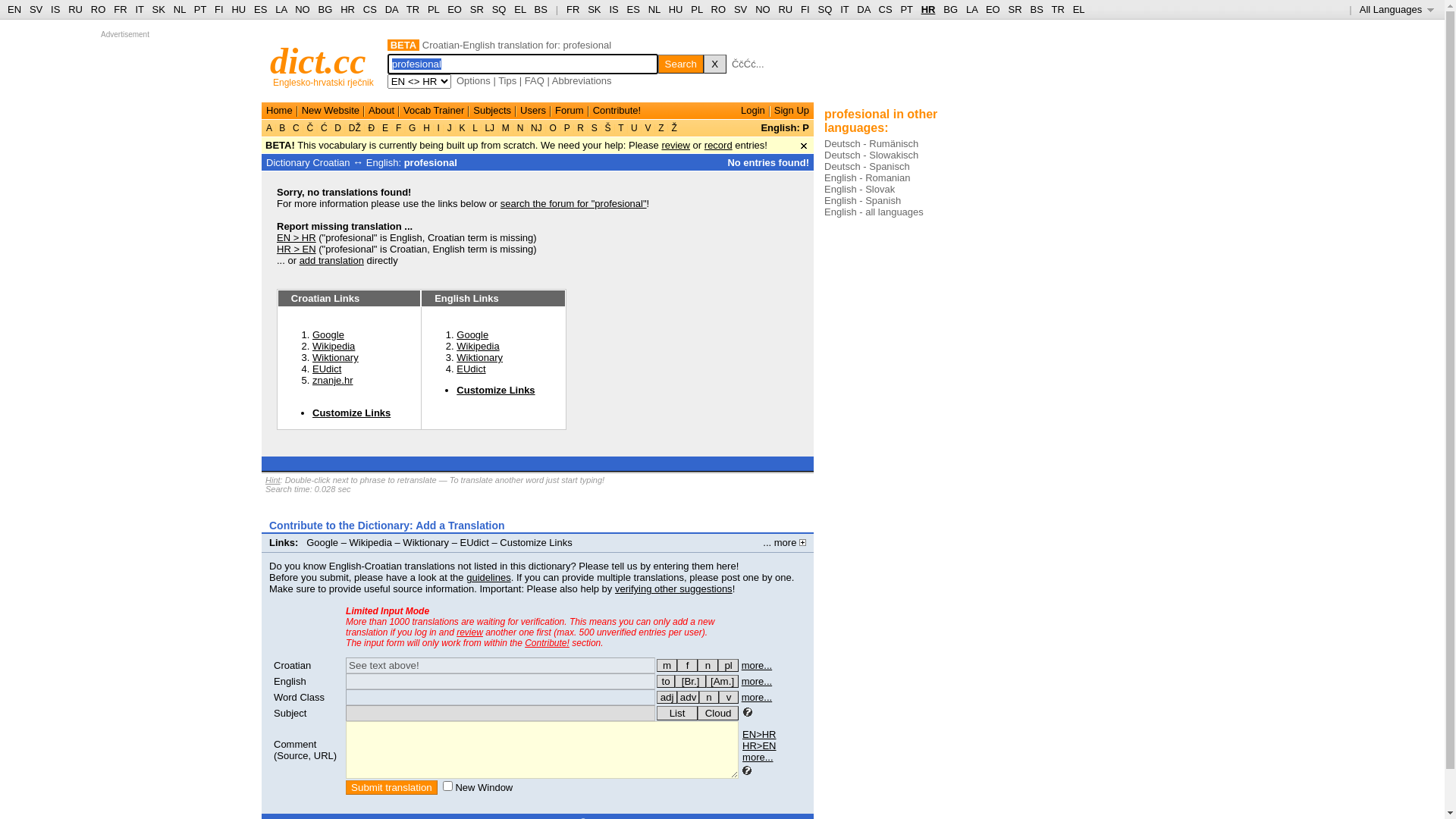  Describe the element at coordinates (461, 127) in the screenshot. I see `'K'` at that location.